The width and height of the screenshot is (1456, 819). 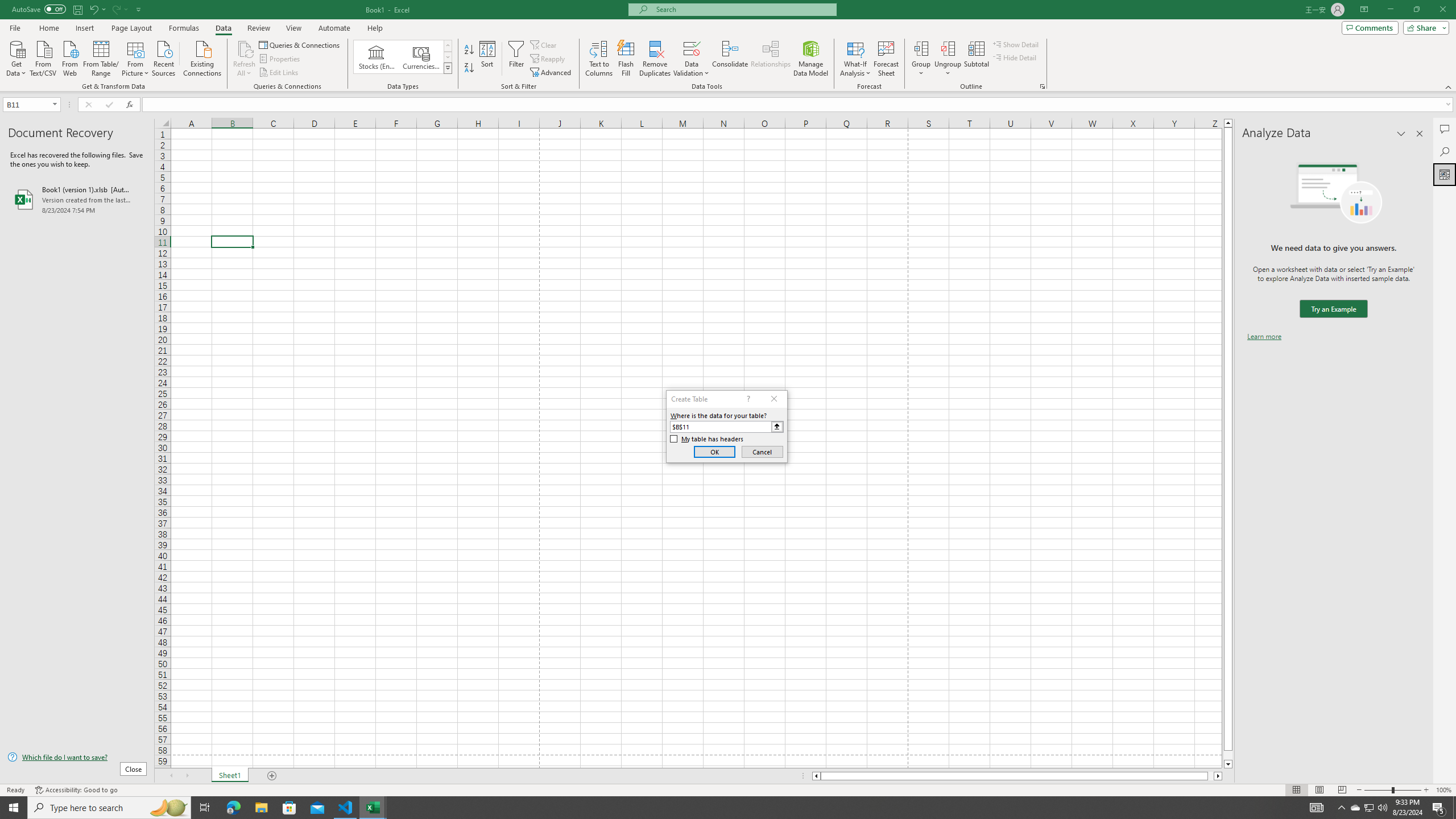 I want to click on 'AutoSave', so click(x=39, y=9).